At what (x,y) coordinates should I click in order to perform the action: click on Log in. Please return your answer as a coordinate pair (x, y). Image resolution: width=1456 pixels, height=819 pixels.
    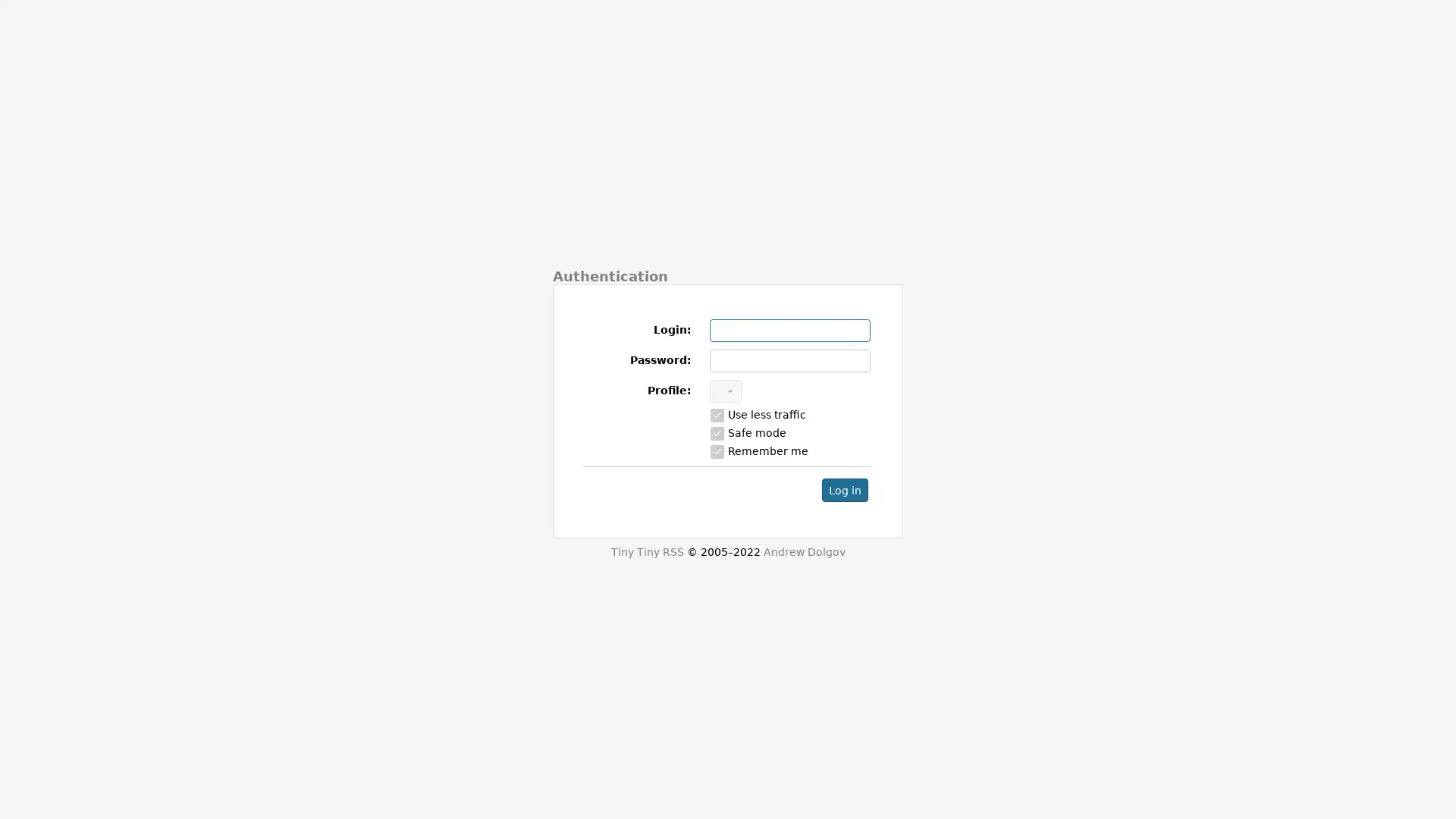
    Looking at the image, I should click on (844, 489).